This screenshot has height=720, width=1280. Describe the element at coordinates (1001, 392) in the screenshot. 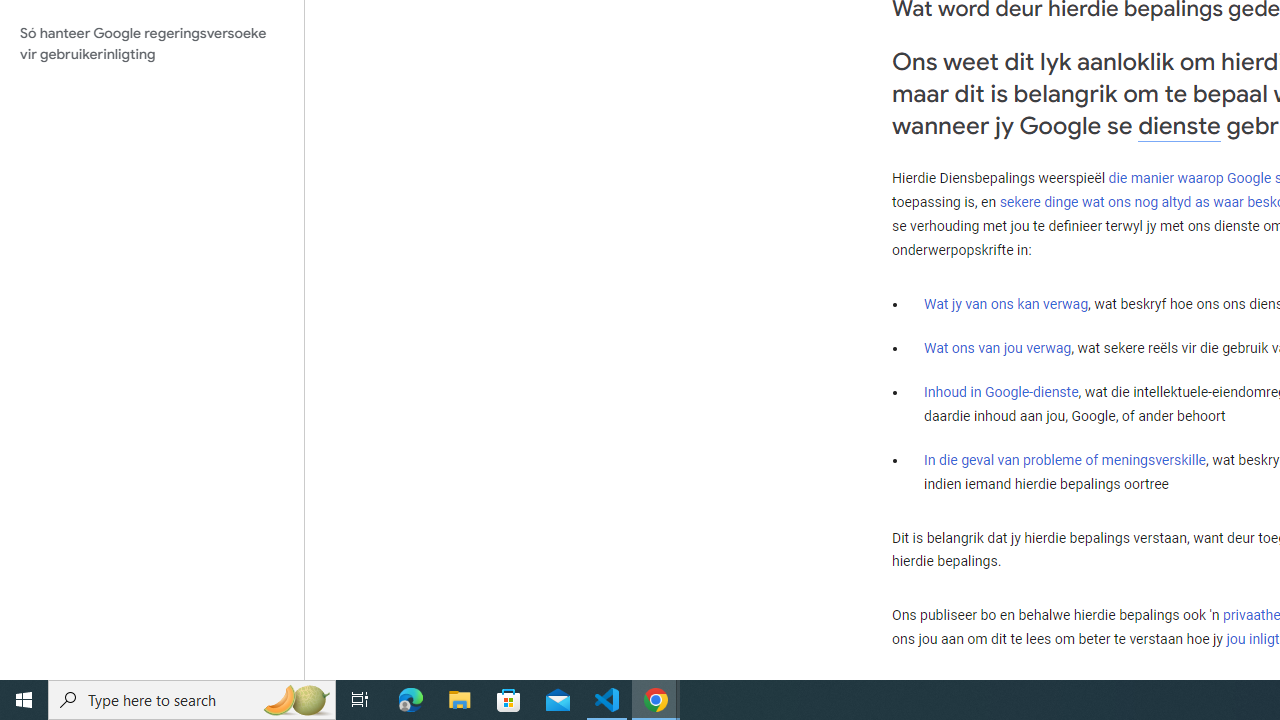

I see `'Inhoud in Google-dienste'` at that location.